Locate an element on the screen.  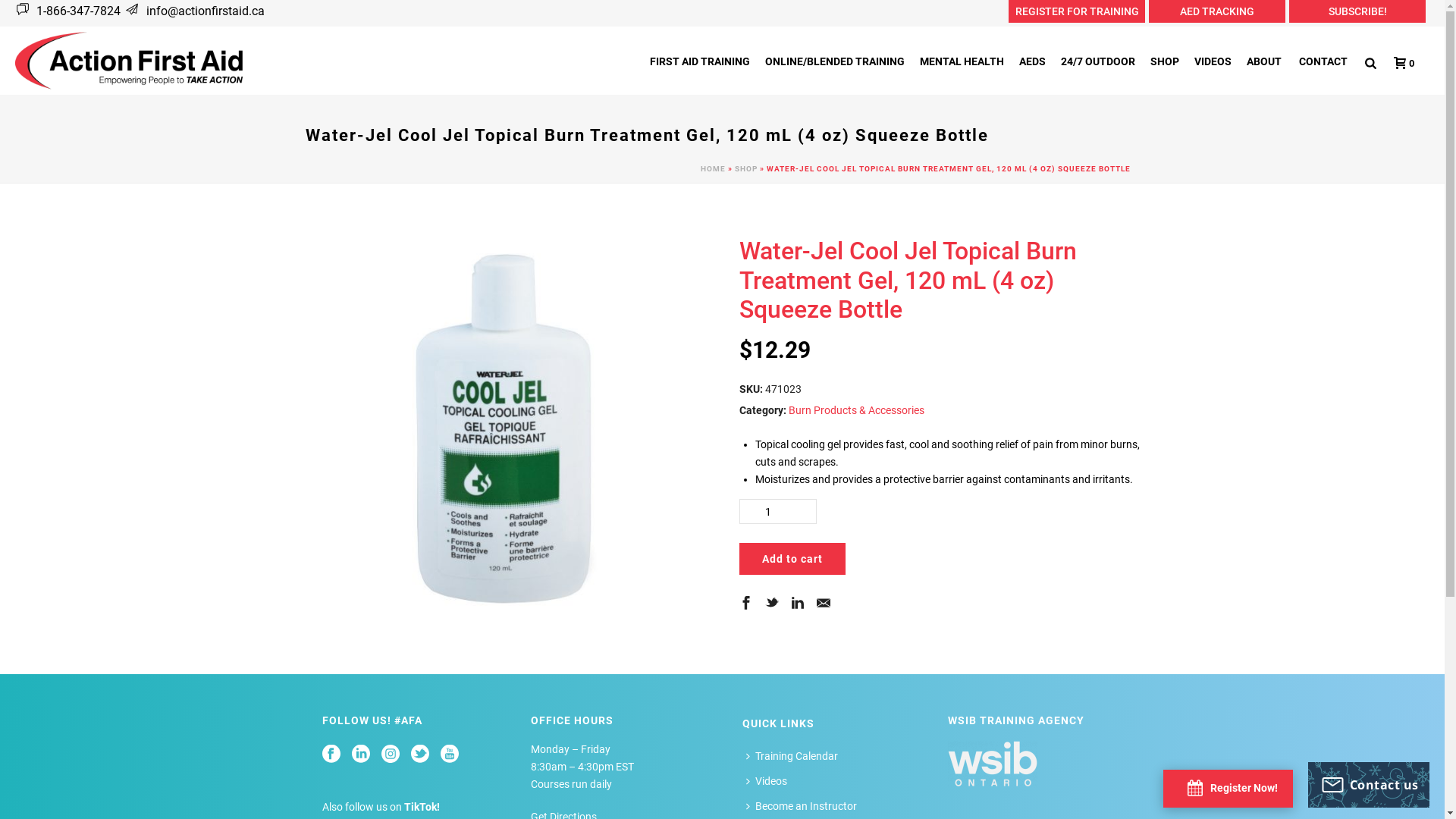
'FIRST AID TRAINING' is located at coordinates (698, 61).